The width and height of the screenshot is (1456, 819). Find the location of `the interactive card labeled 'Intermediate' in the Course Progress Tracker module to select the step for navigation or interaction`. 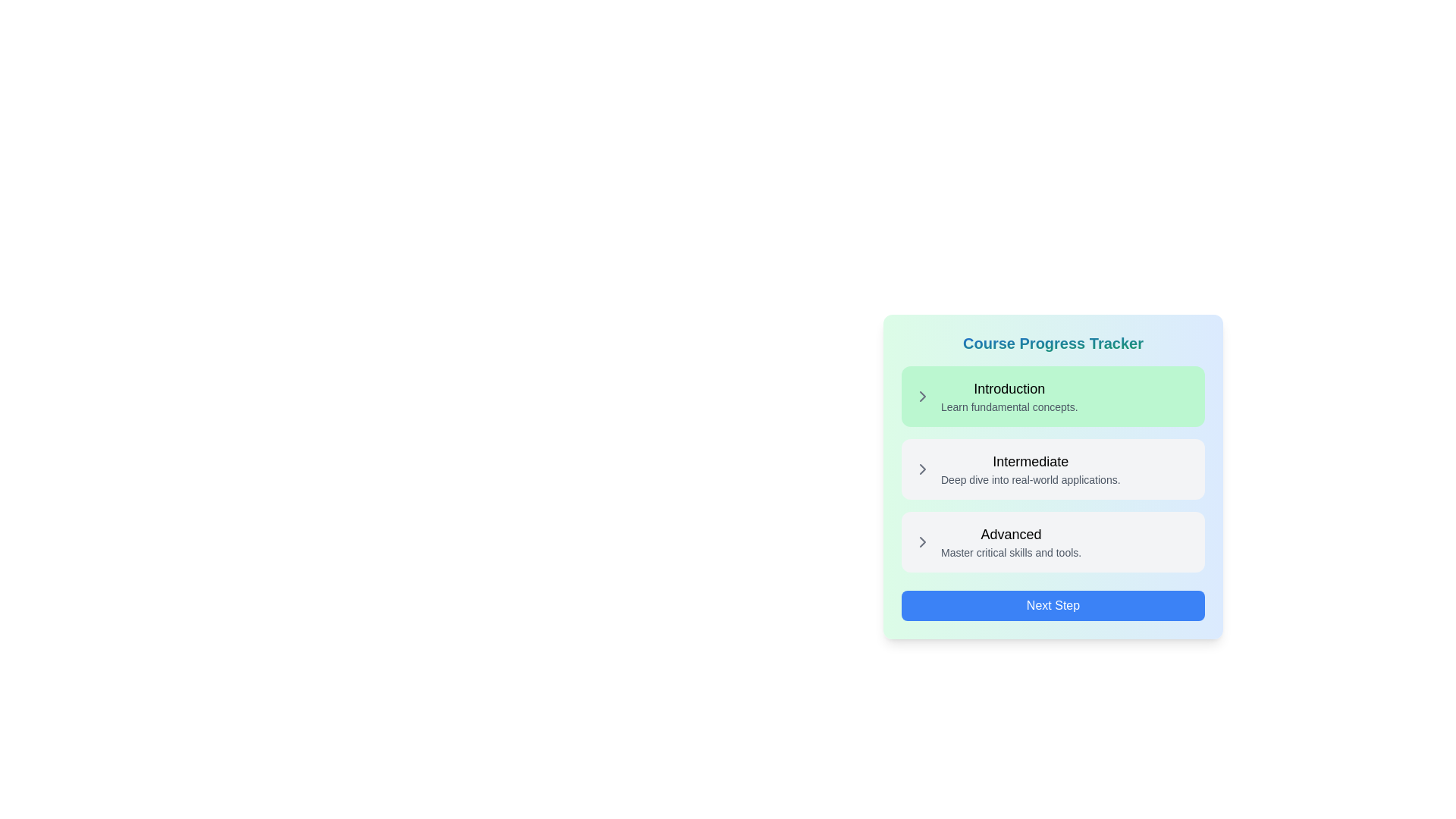

the interactive card labeled 'Intermediate' in the Course Progress Tracker module to select the step for navigation or interaction is located at coordinates (1052, 468).